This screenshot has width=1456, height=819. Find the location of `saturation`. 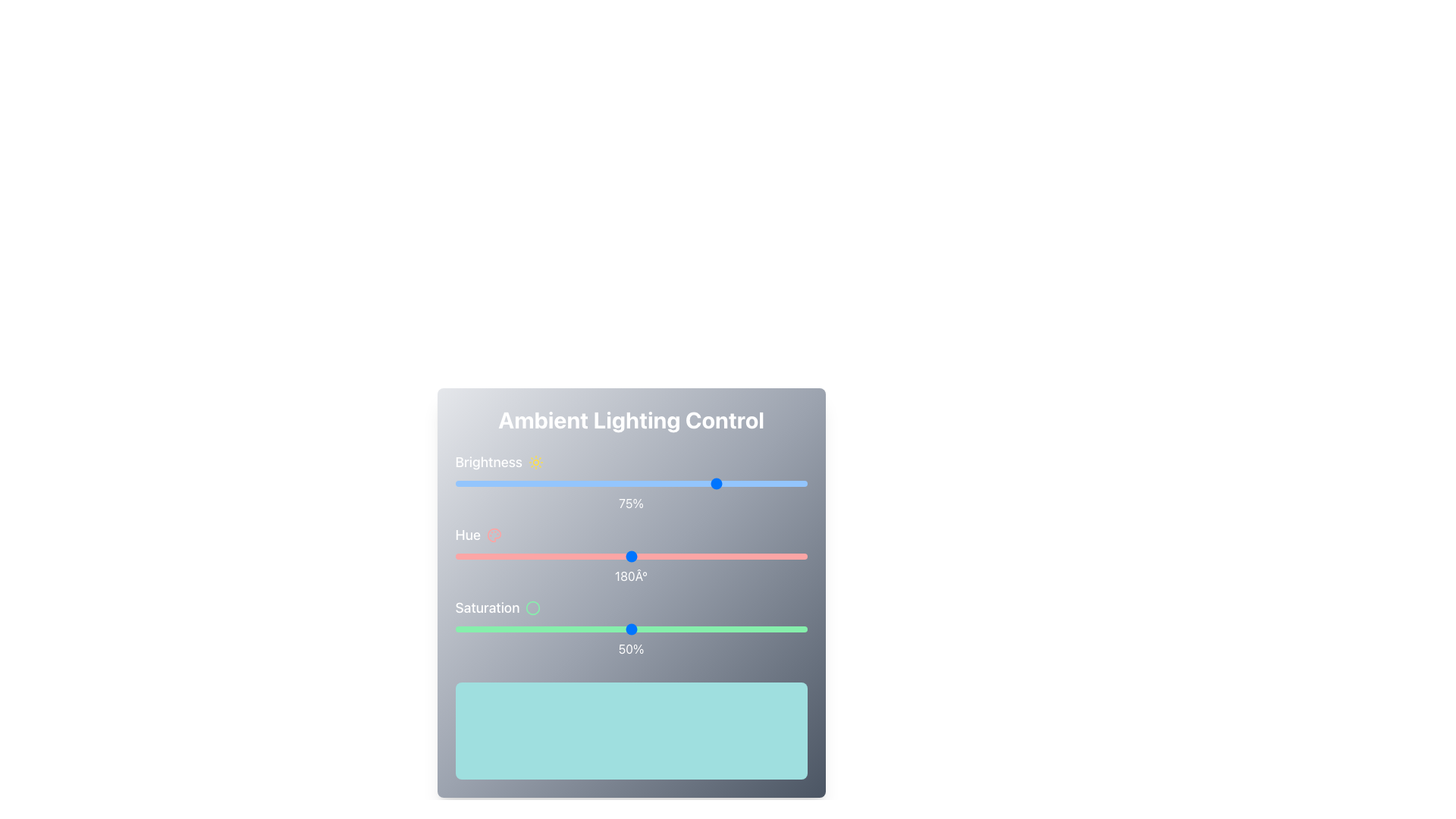

saturation is located at coordinates (799, 629).